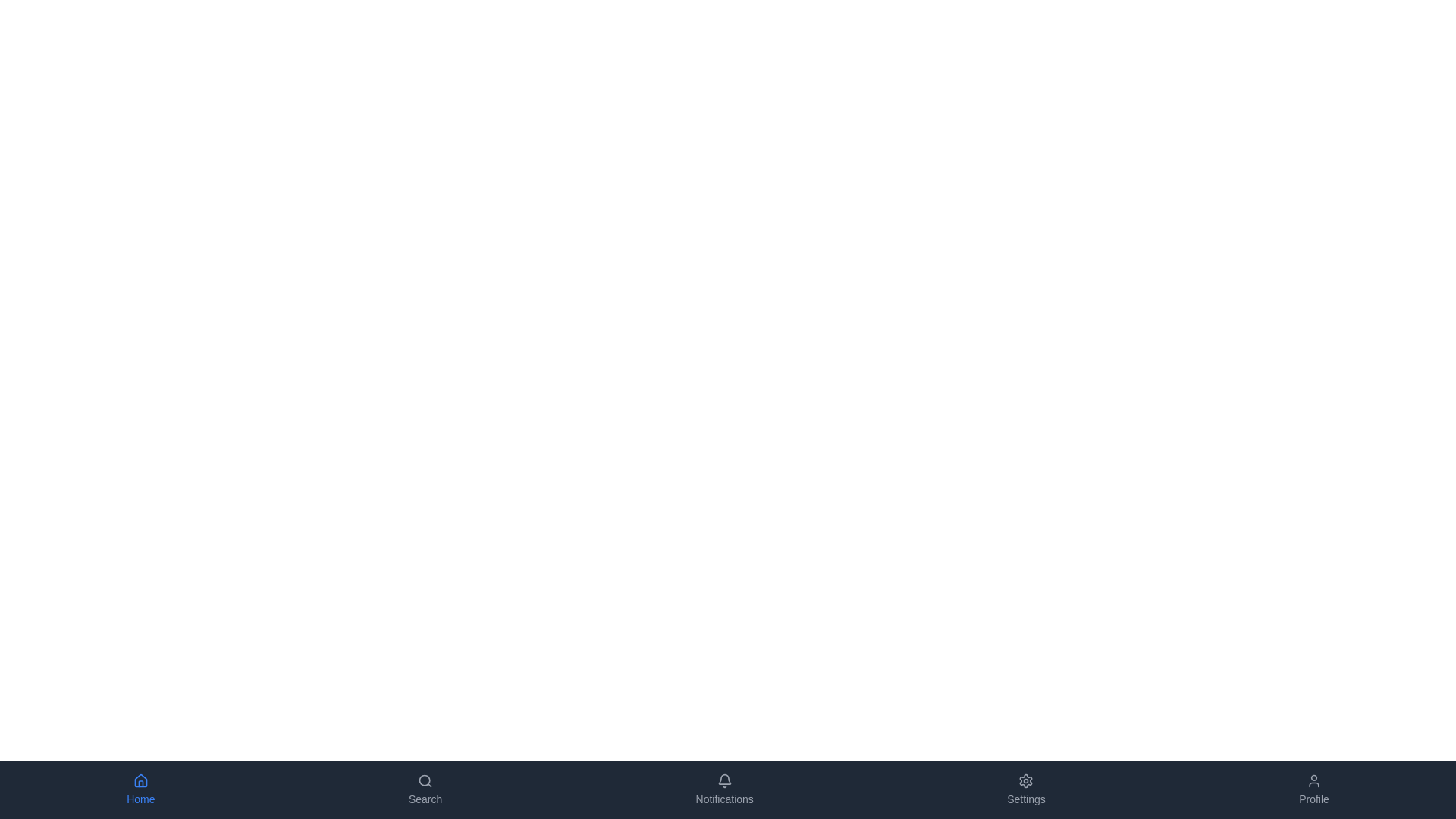 This screenshot has height=819, width=1456. What do you see at coordinates (1026, 780) in the screenshot?
I see `the grey gear-shaped icon in the Settings section of the bottom navigation bar` at bounding box center [1026, 780].